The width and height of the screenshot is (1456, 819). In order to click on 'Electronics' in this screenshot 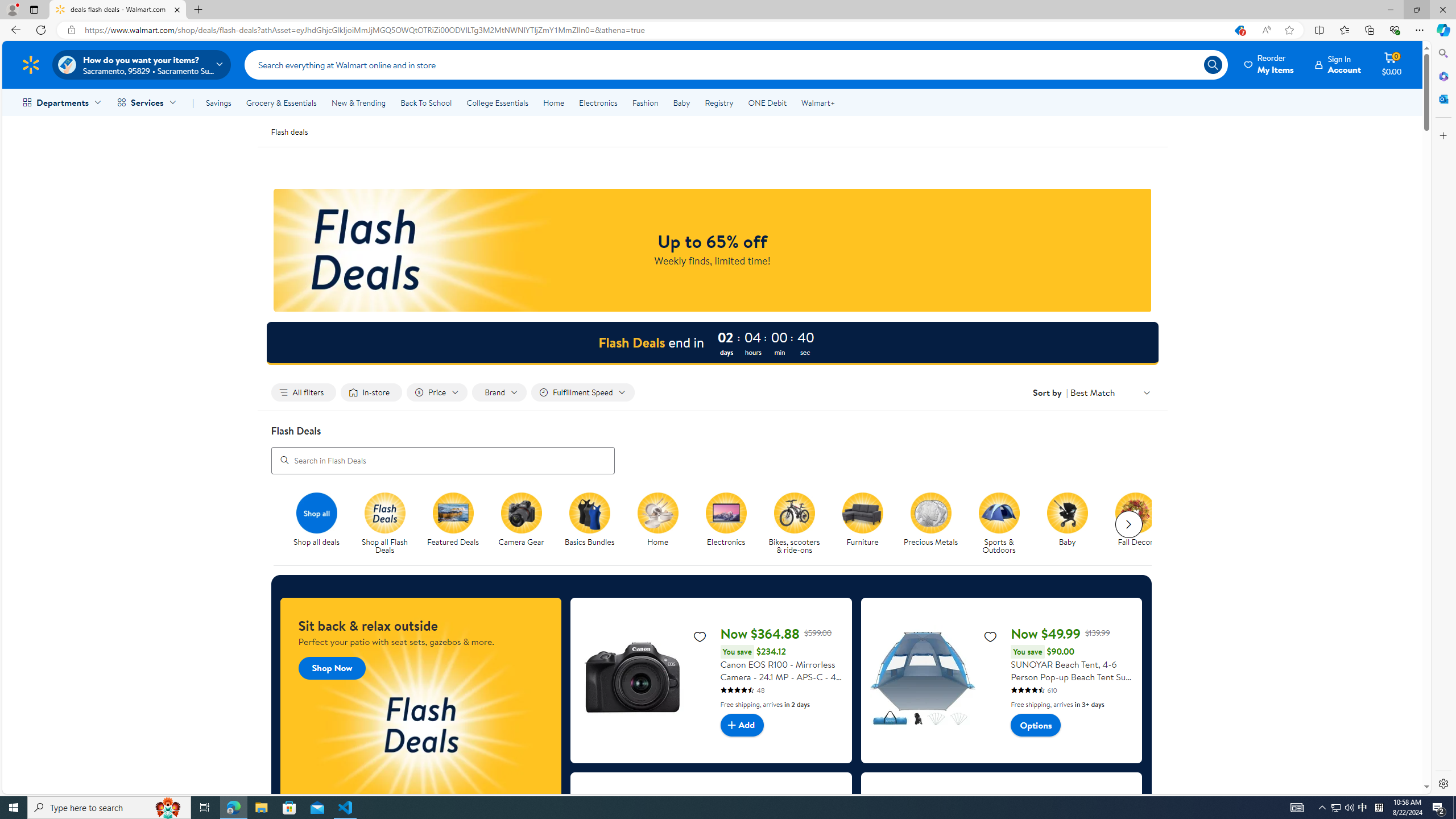, I will do `click(730, 523)`.